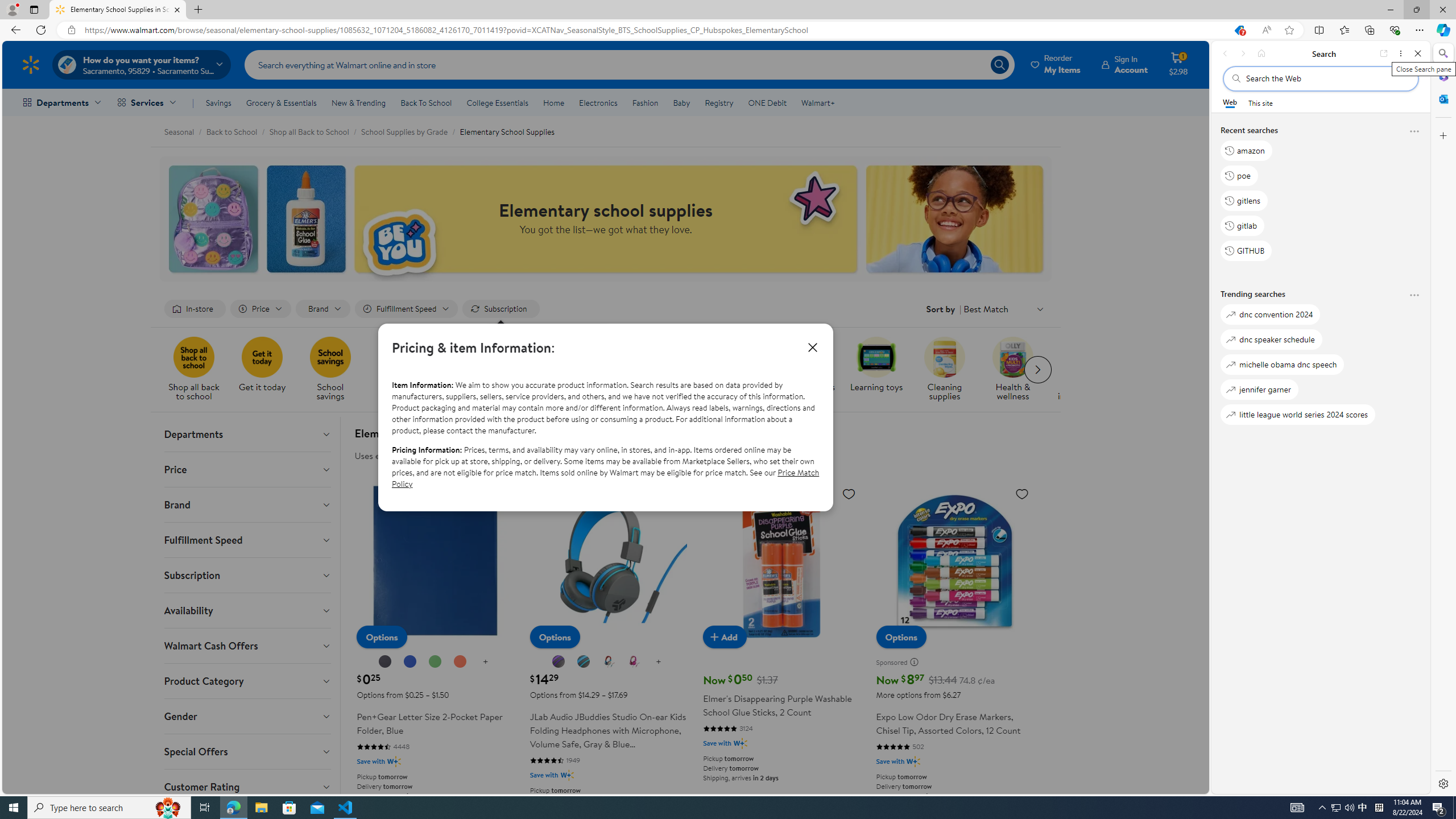  Describe the element at coordinates (1298, 414) in the screenshot. I see `'little league world series 2024 scores'` at that location.